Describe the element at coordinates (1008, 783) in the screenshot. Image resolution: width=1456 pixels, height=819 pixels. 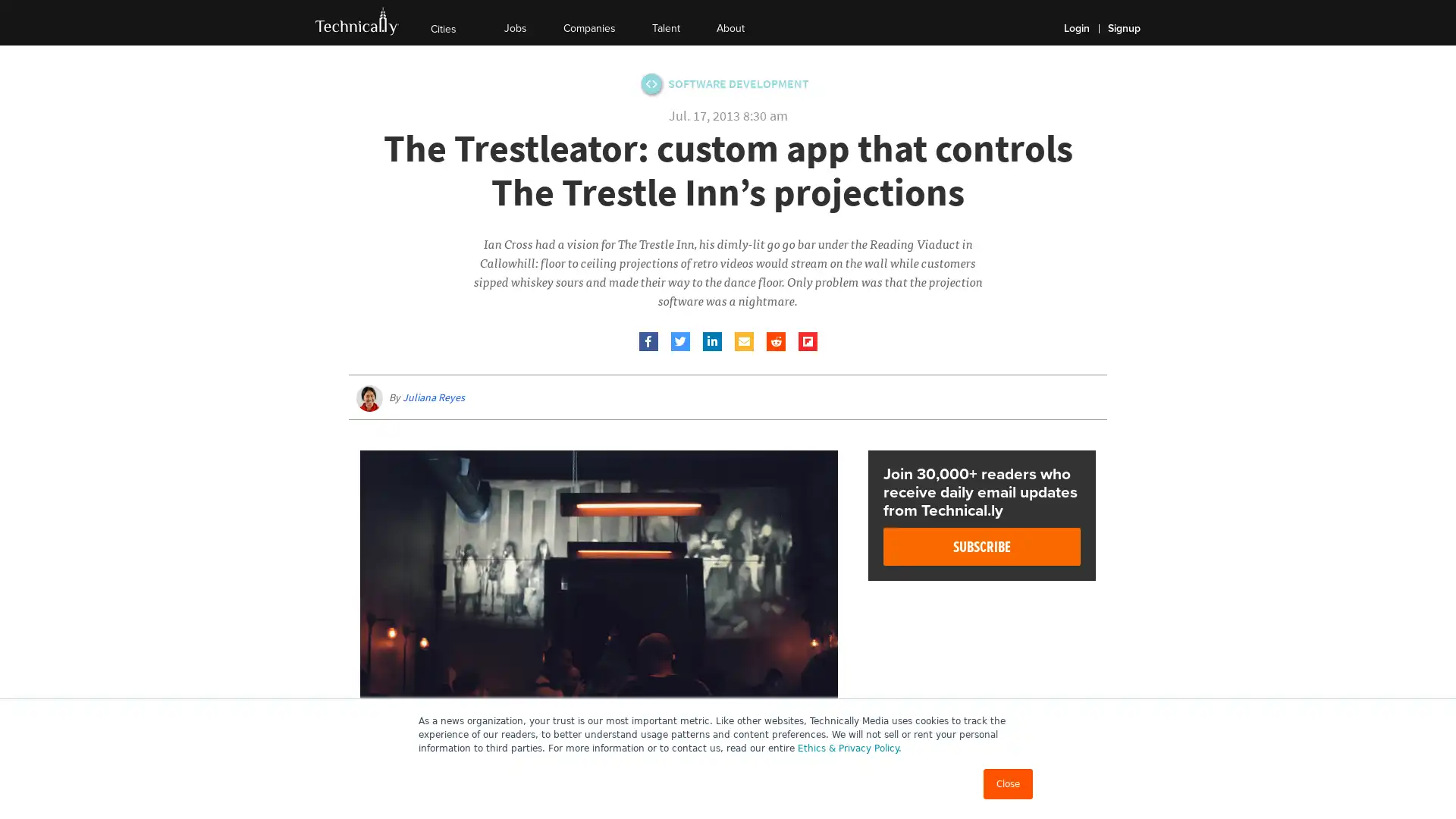
I see `Close` at that location.